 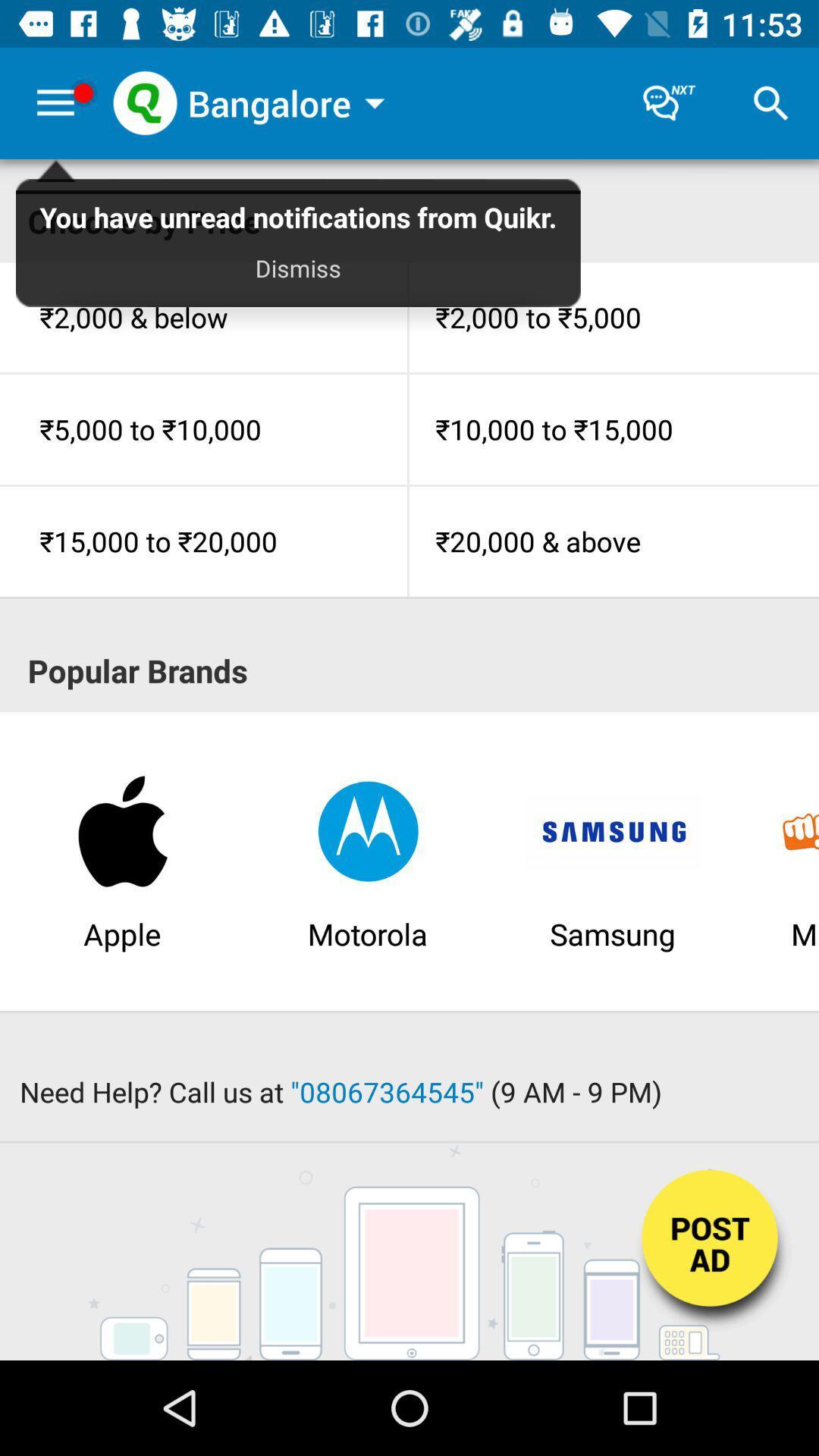 What do you see at coordinates (298, 249) in the screenshot?
I see `black notification box which has dismiss option` at bounding box center [298, 249].